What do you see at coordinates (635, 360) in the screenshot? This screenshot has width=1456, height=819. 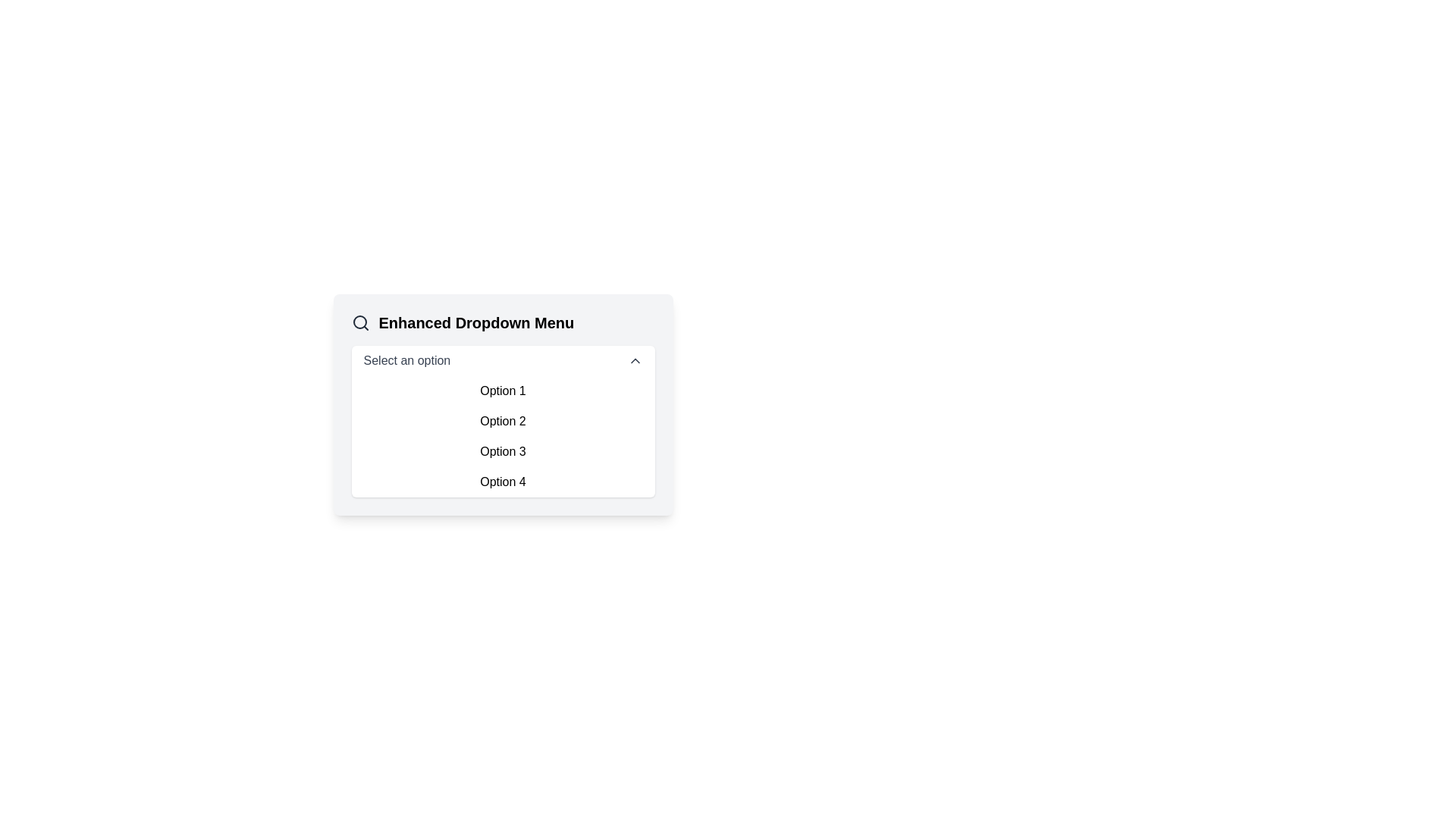 I see `the upward-pointing chevron icon located on the right side of the row labeled 'Select an option'` at bounding box center [635, 360].